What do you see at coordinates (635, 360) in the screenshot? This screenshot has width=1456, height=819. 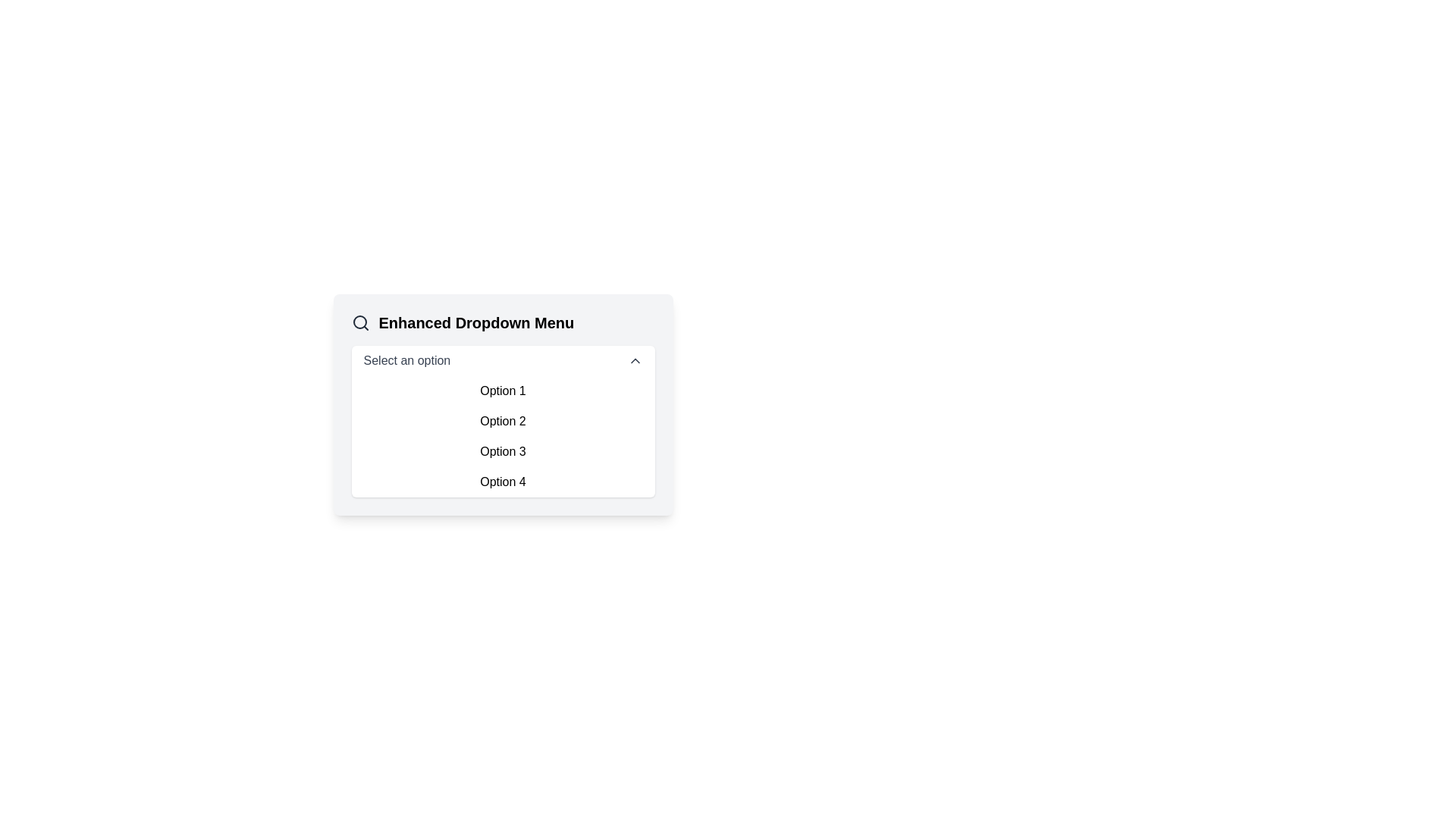 I see `the upward-pointing chevron icon located on the right side of the row labeled 'Select an option'` at bounding box center [635, 360].